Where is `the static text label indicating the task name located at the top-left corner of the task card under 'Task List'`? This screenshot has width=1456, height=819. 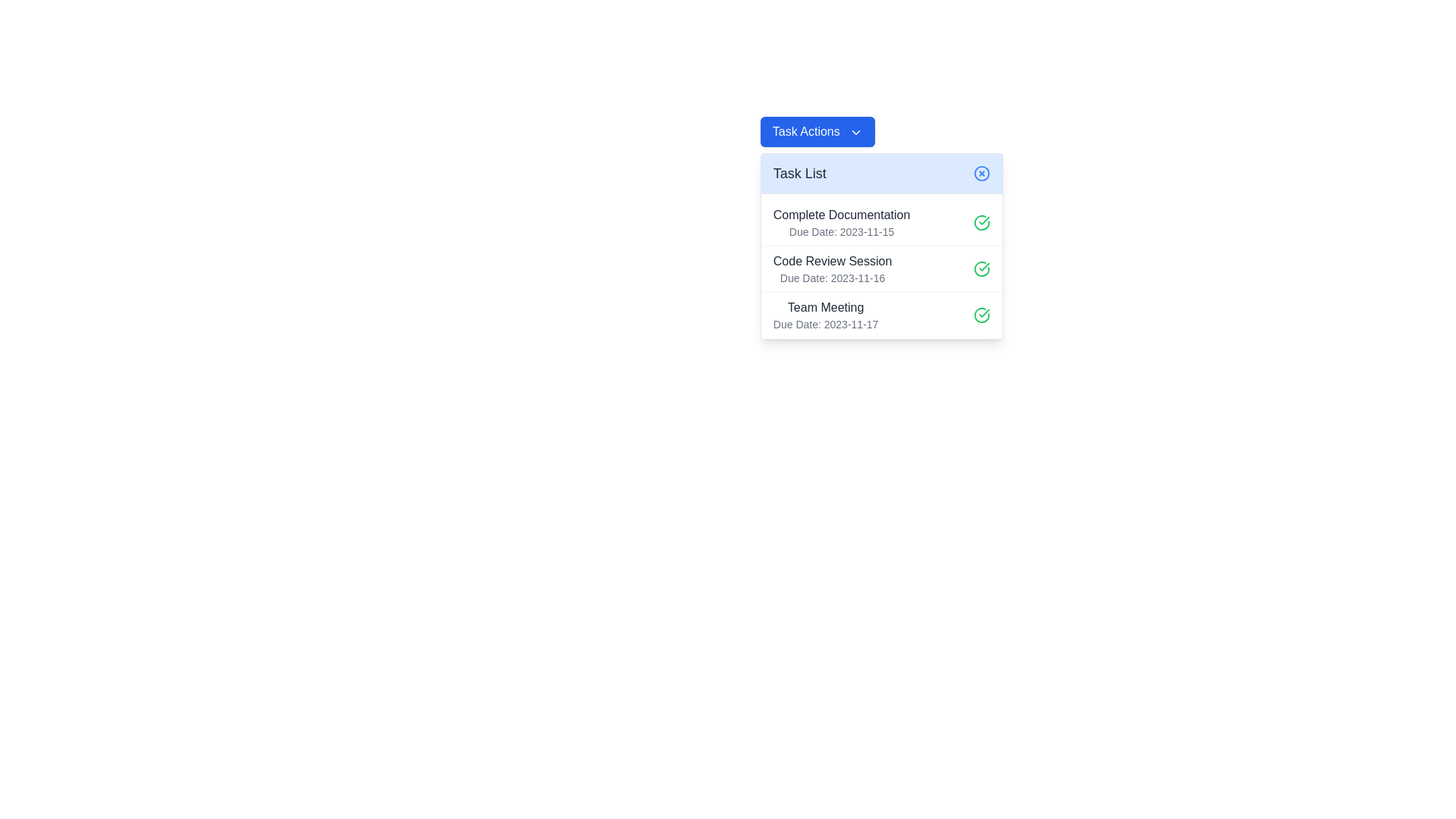 the static text label indicating the task name located at the top-left corner of the task card under 'Task List' is located at coordinates (841, 215).